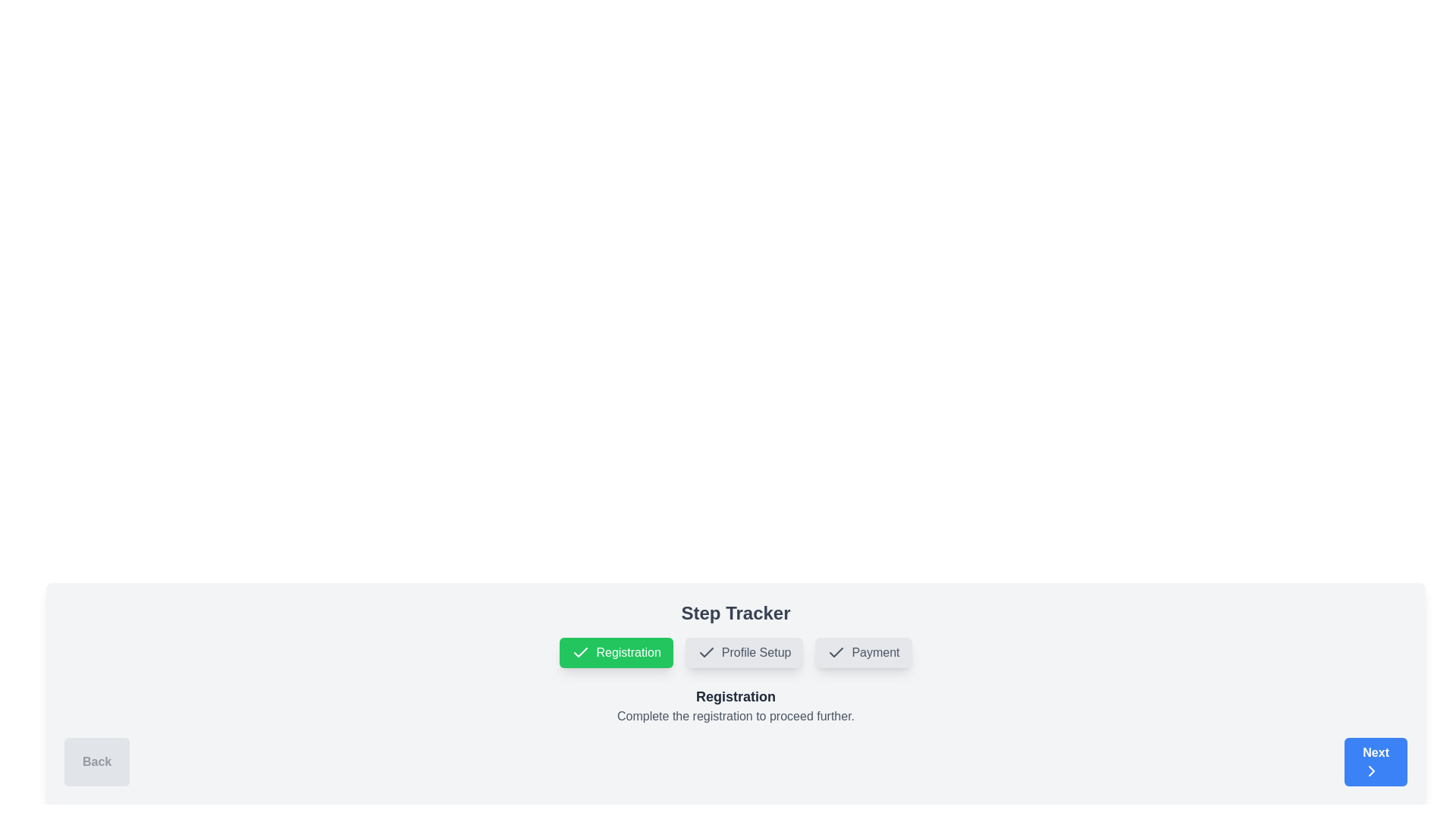 The image size is (1456, 819). Describe the element at coordinates (580, 651) in the screenshot. I see `the visual feedback of the checkmark icon indicating the completion status of the 'Registration' step in the step tracker` at that location.